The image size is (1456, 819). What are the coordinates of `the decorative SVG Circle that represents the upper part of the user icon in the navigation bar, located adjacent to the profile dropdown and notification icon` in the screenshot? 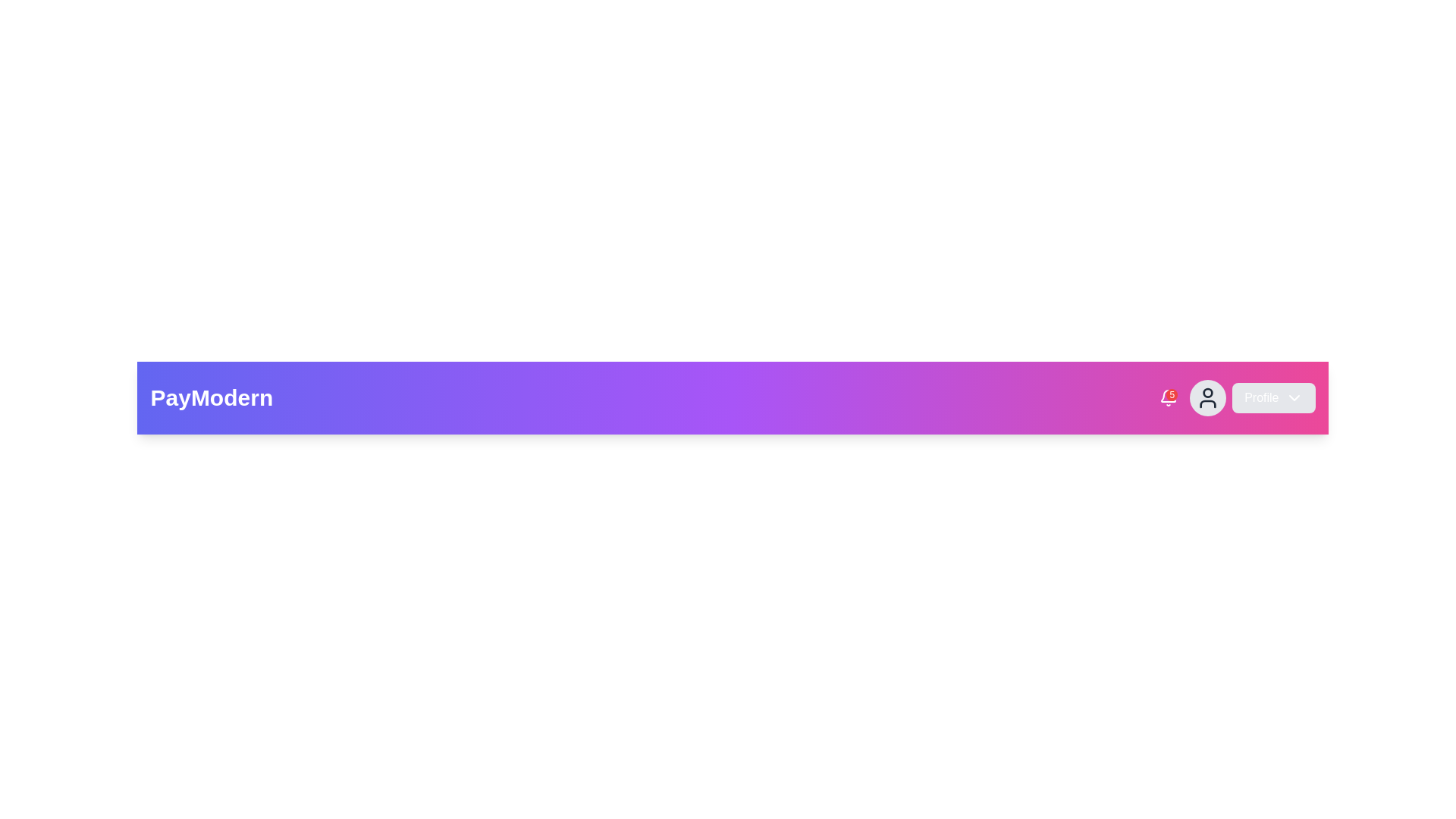 It's located at (1207, 392).